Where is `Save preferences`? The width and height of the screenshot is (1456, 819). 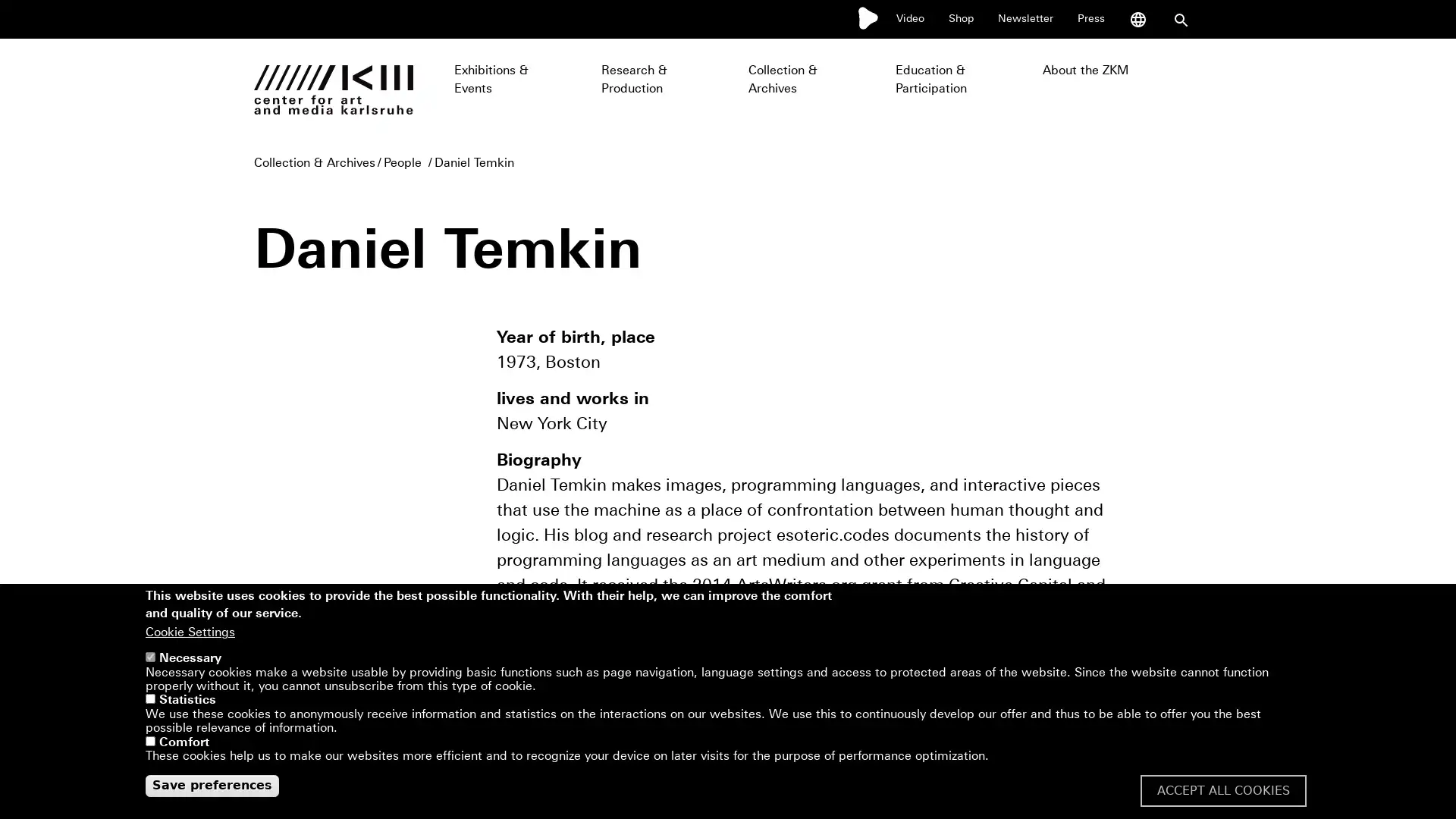
Save preferences is located at coordinates (211, 785).